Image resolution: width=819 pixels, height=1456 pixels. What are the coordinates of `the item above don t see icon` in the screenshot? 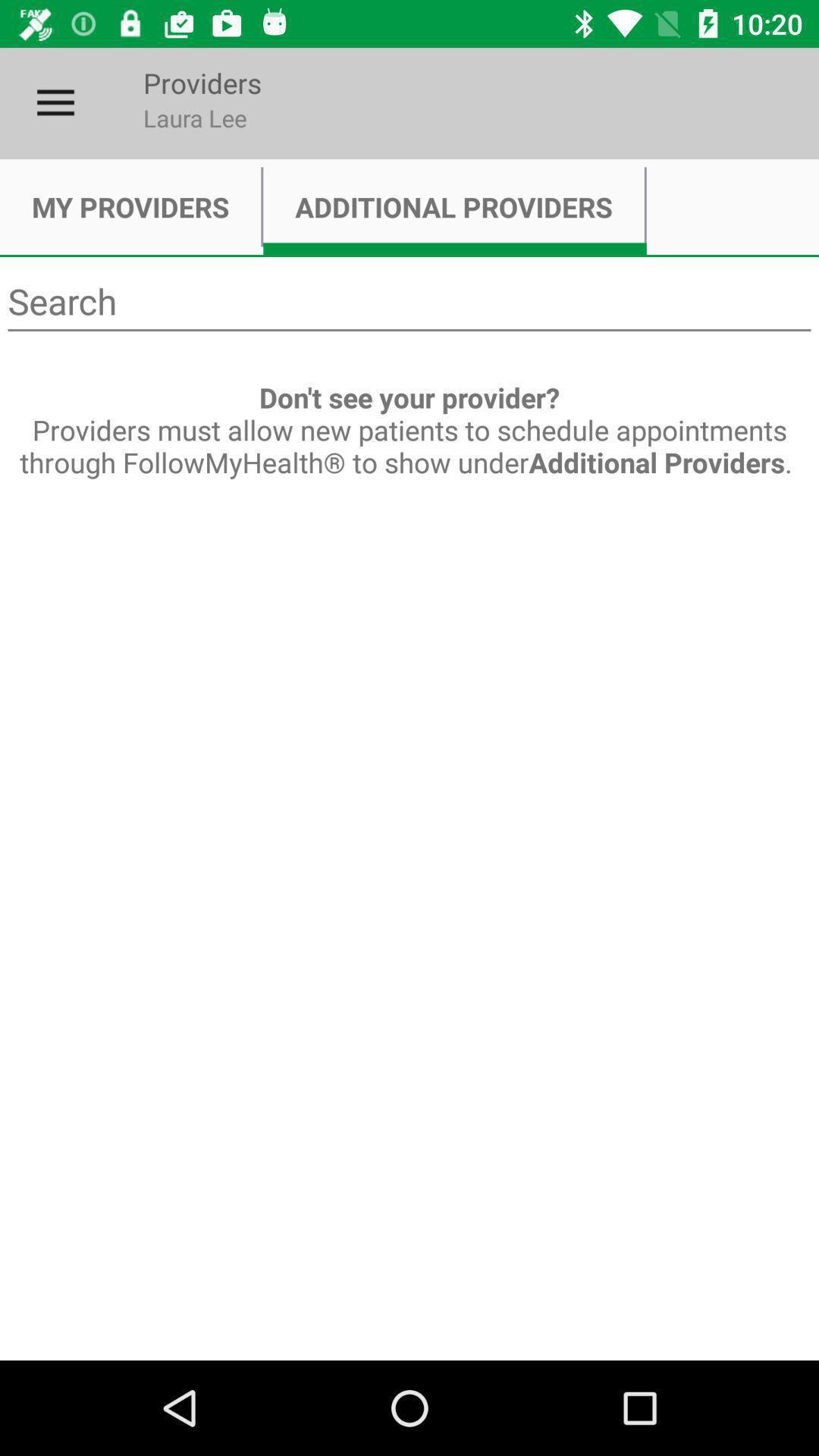 It's located at (409, 302).